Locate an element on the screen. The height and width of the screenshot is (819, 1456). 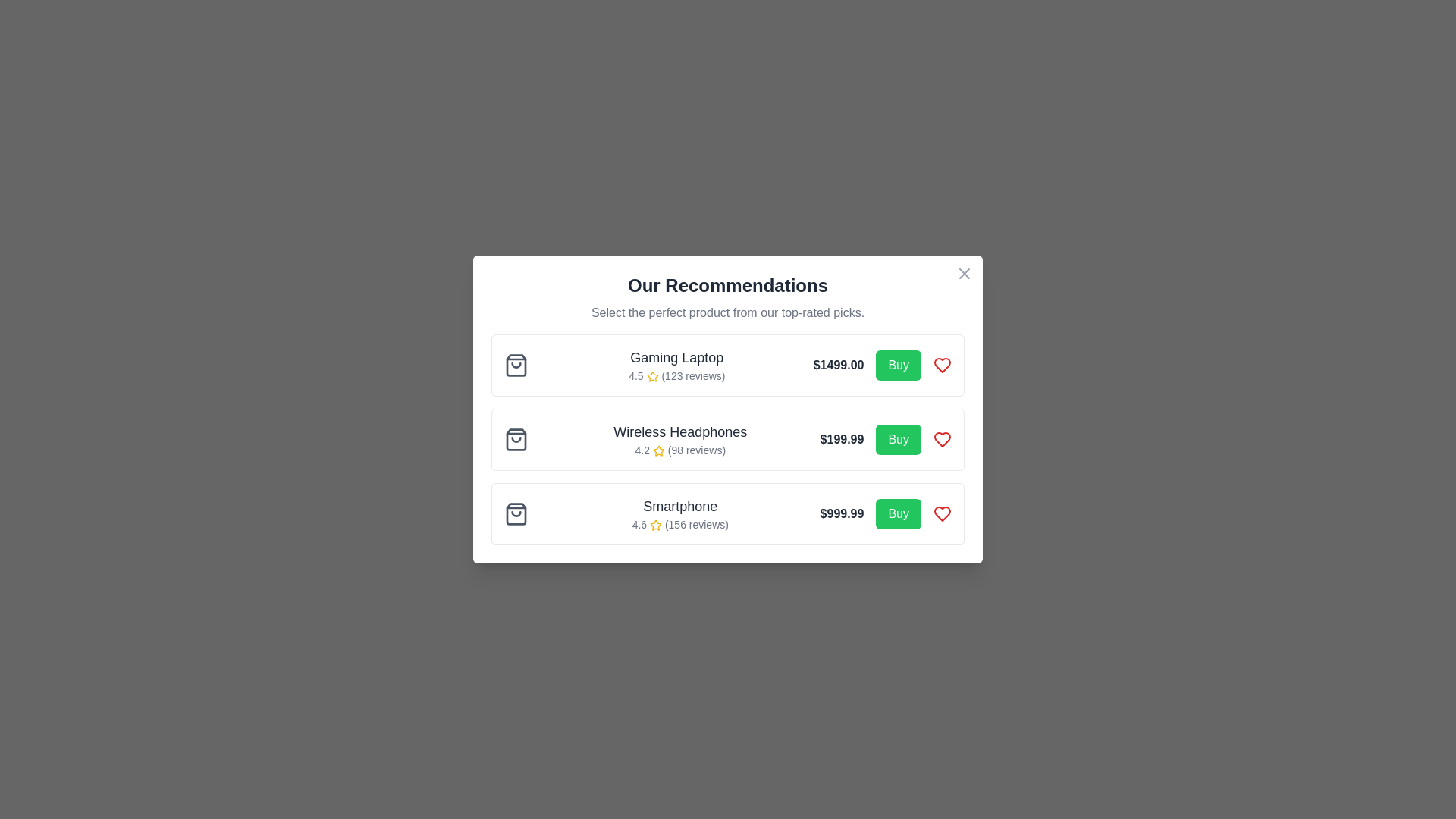
the shopping bag icon located in the second row of product recommendations for 'Wireless Headphones' to see its visual details is located at coordinates (516, 439).